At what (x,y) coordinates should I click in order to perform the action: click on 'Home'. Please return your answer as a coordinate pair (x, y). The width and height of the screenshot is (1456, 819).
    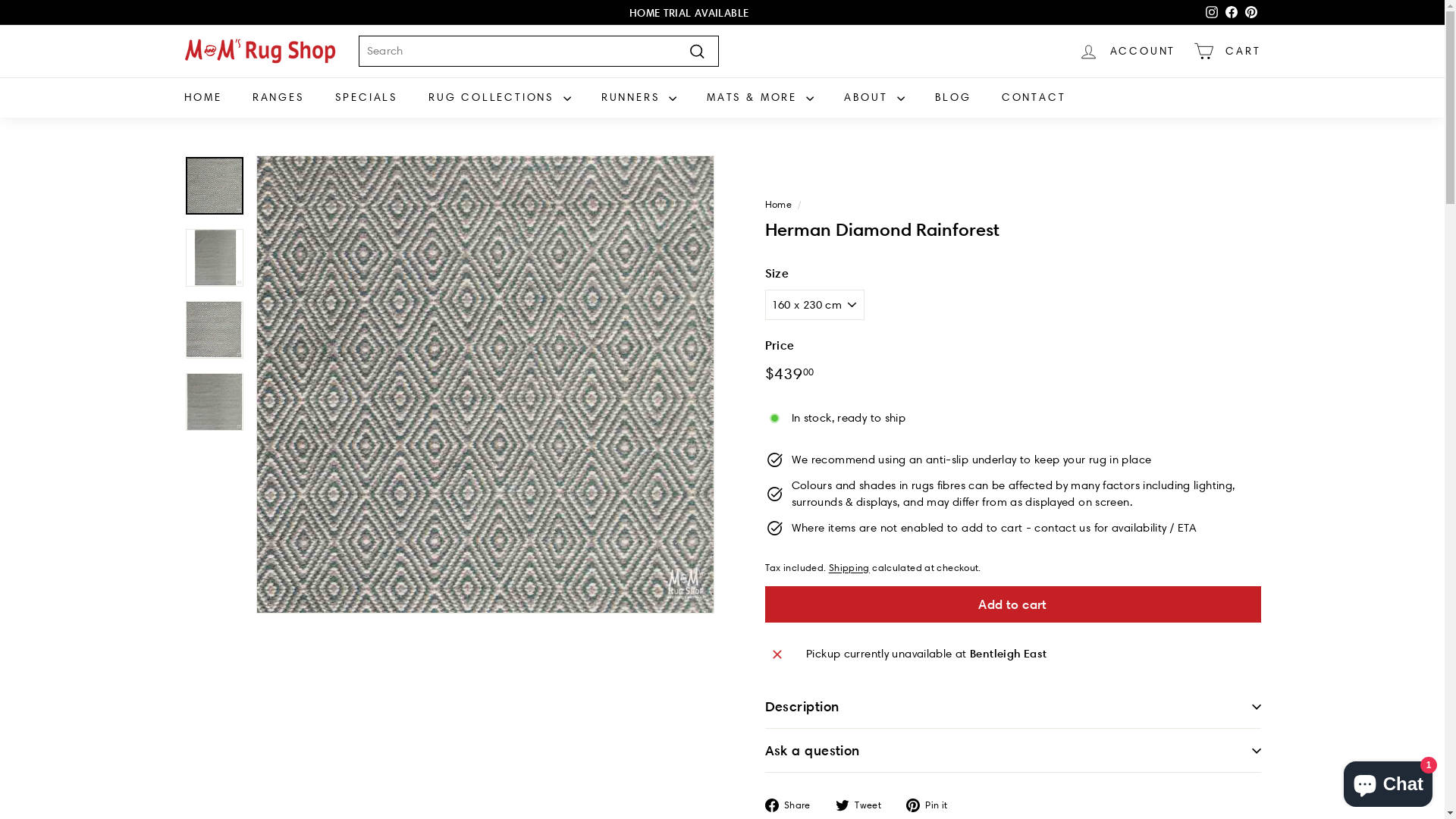
    Looking at the image, I should click on (778, 203).